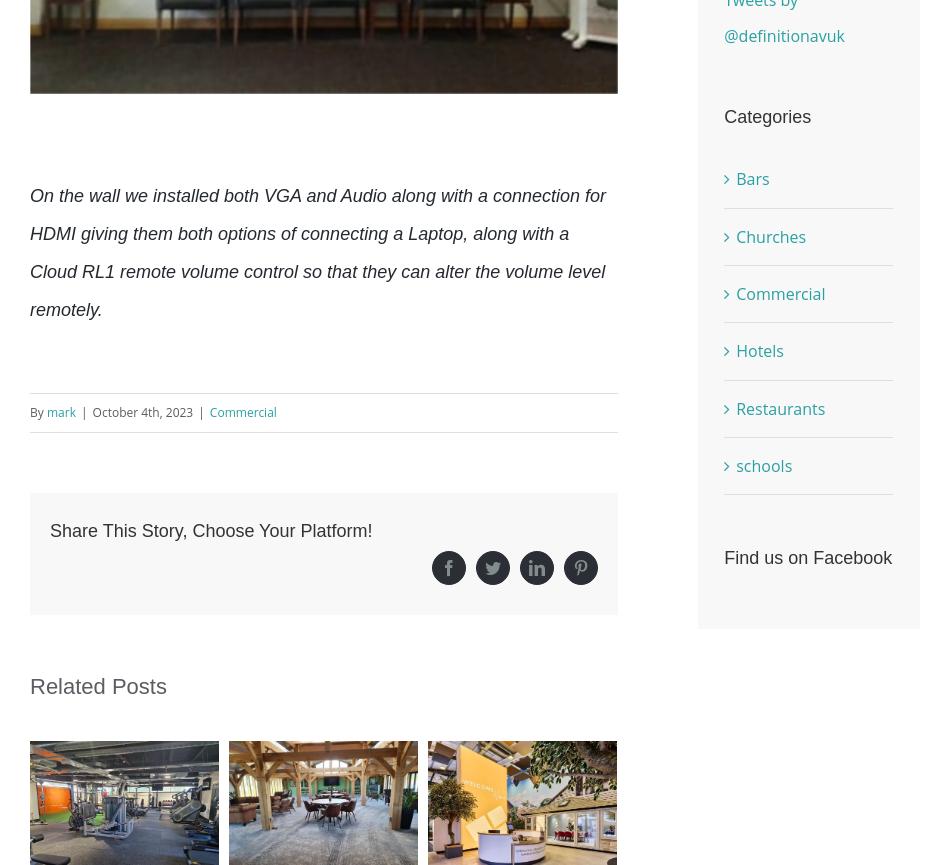 The height and width of the screenshot is (865, 950). Describe the element at coordinates (806, 557) in the screenshot. I see `'Find us on Facebook'` at that location.